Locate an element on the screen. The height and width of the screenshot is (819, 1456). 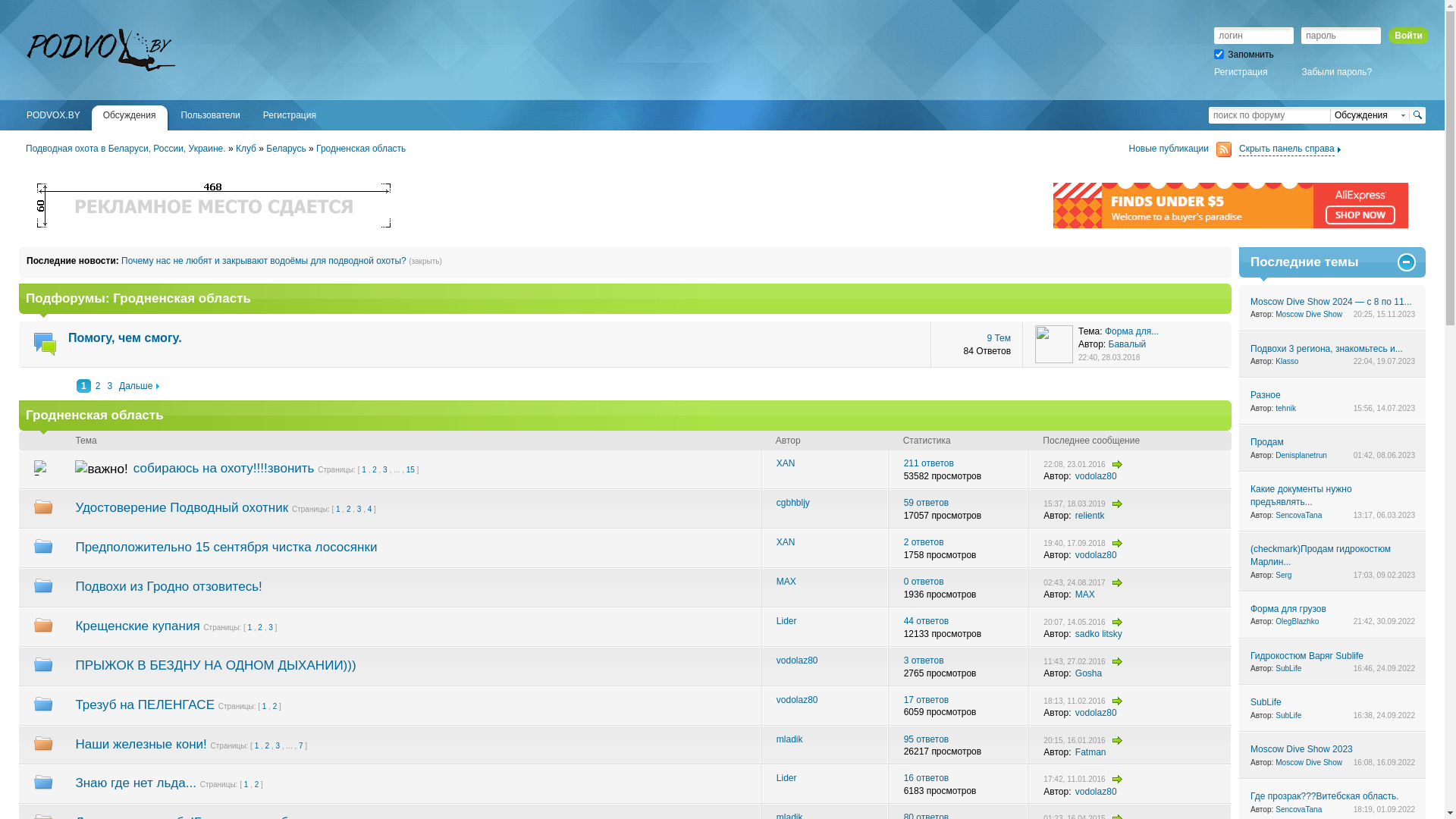
'Lider' is located at coordinates (786, 778).